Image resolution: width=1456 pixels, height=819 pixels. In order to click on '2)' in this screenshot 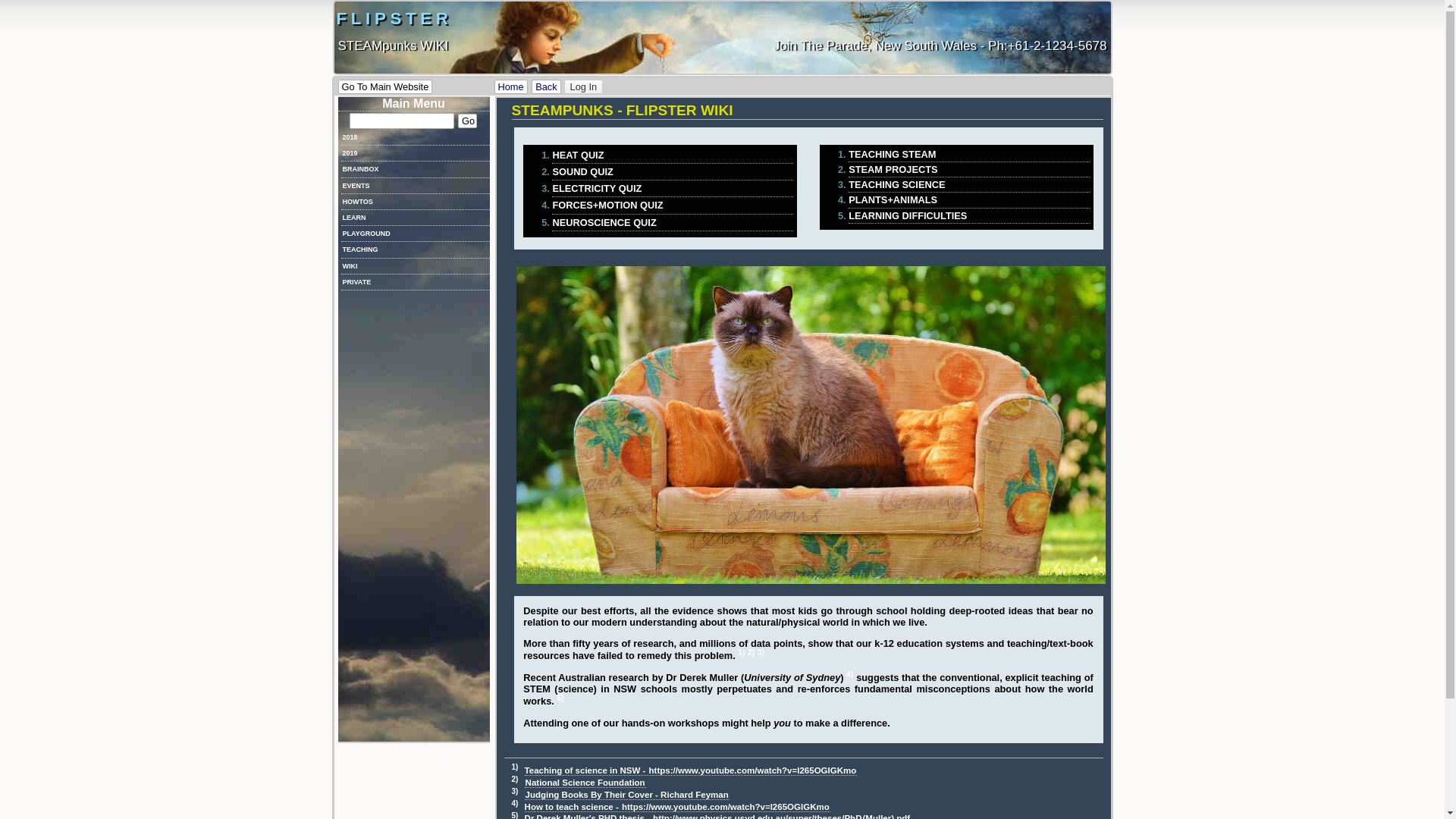, I will do `click(514, 779)`.